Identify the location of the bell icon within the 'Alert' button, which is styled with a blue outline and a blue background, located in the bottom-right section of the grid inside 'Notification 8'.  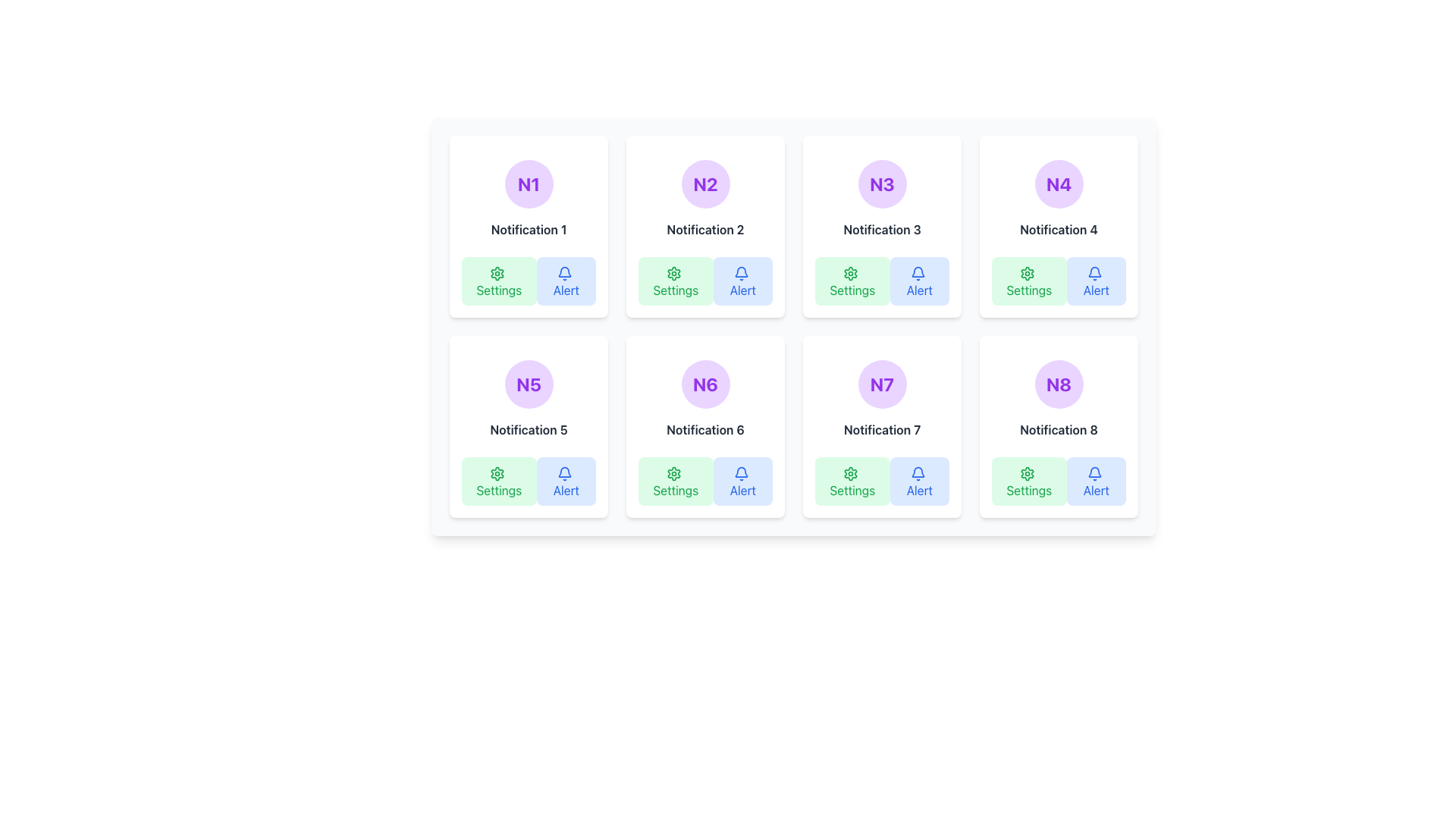
(1094, 472).